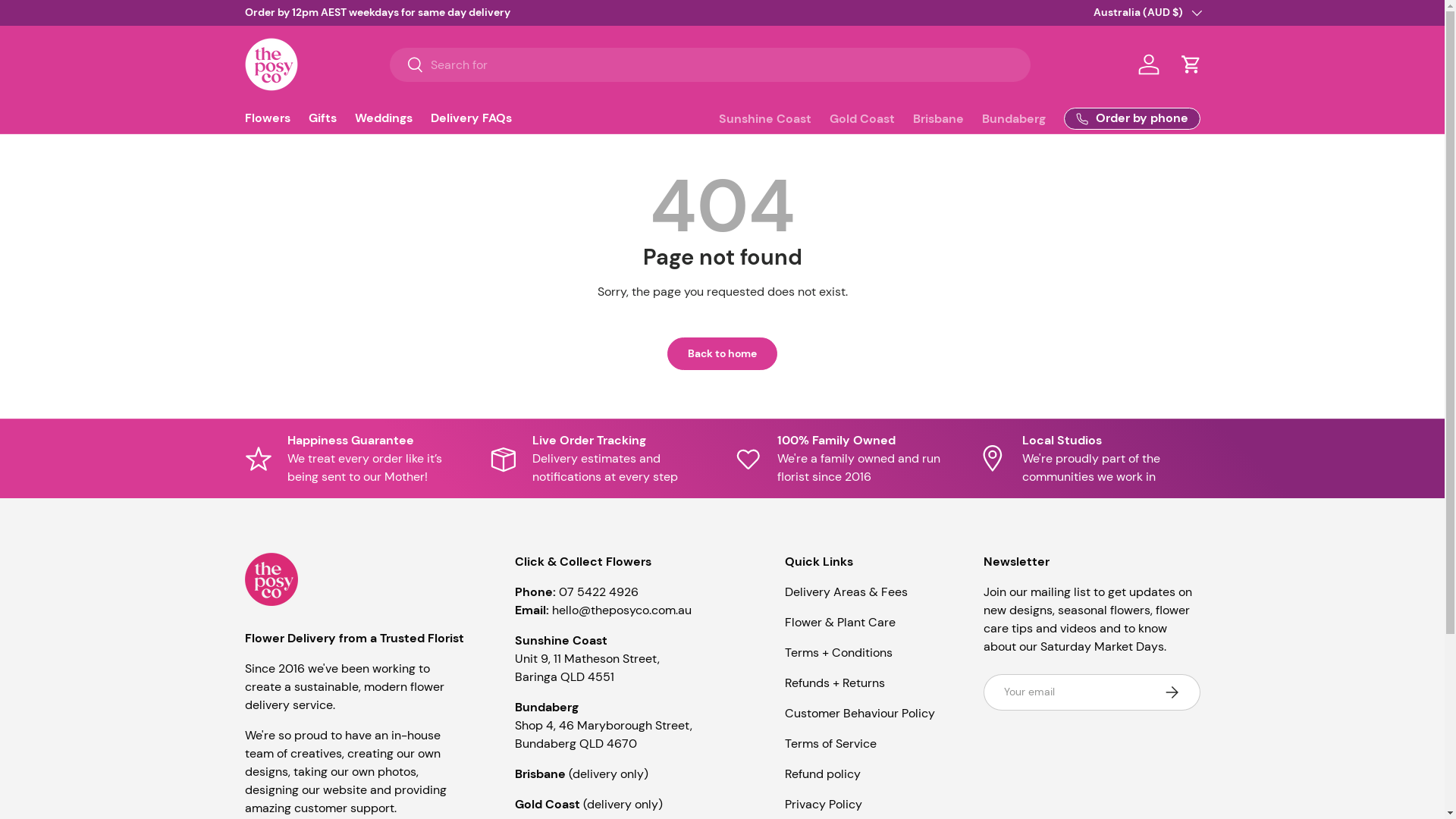  Describe the element at coordinates (839, 622) in the screenshot. I see `'Flower & Plant Care'` at that location.